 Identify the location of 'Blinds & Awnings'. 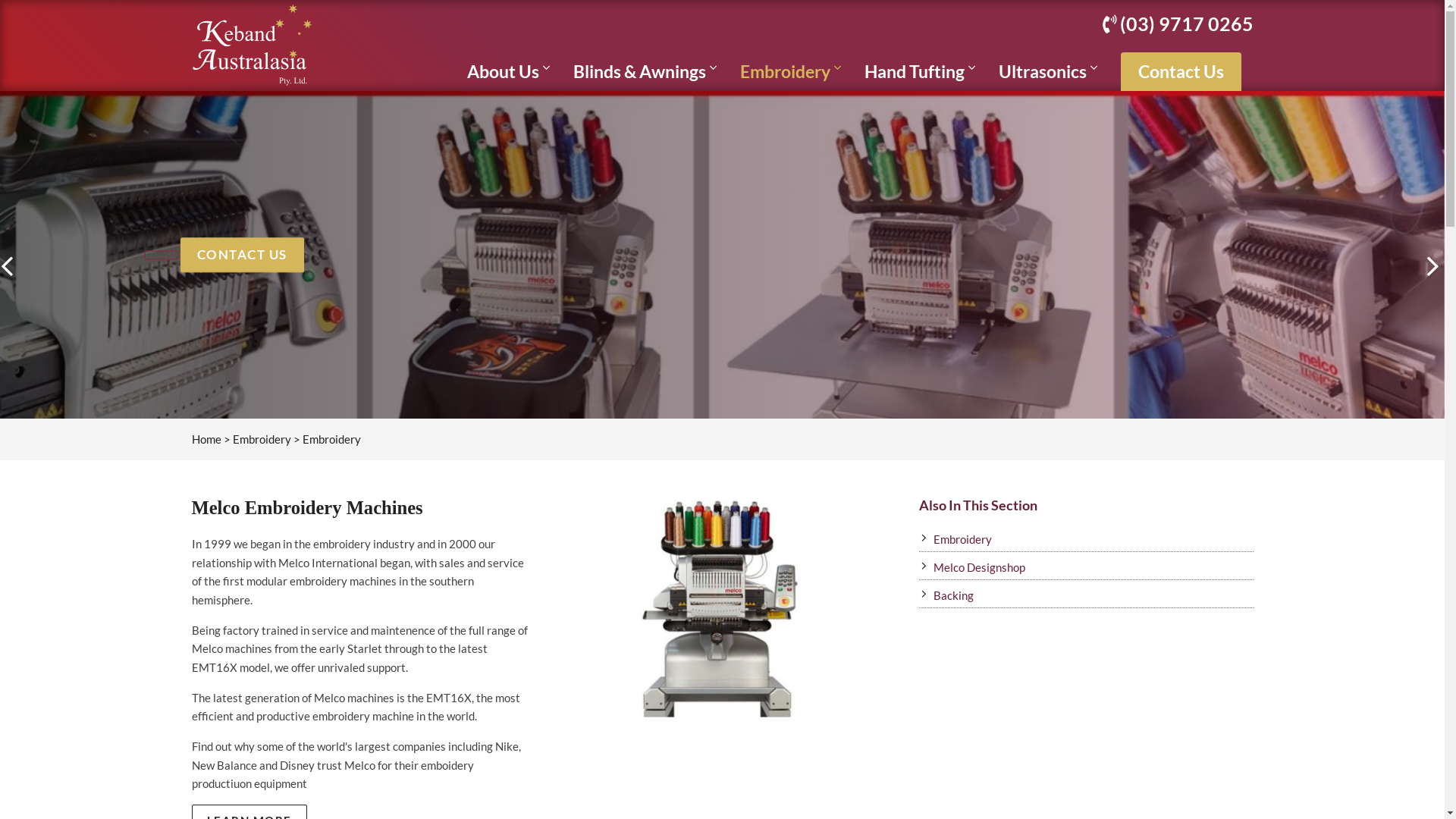
(645, 71).